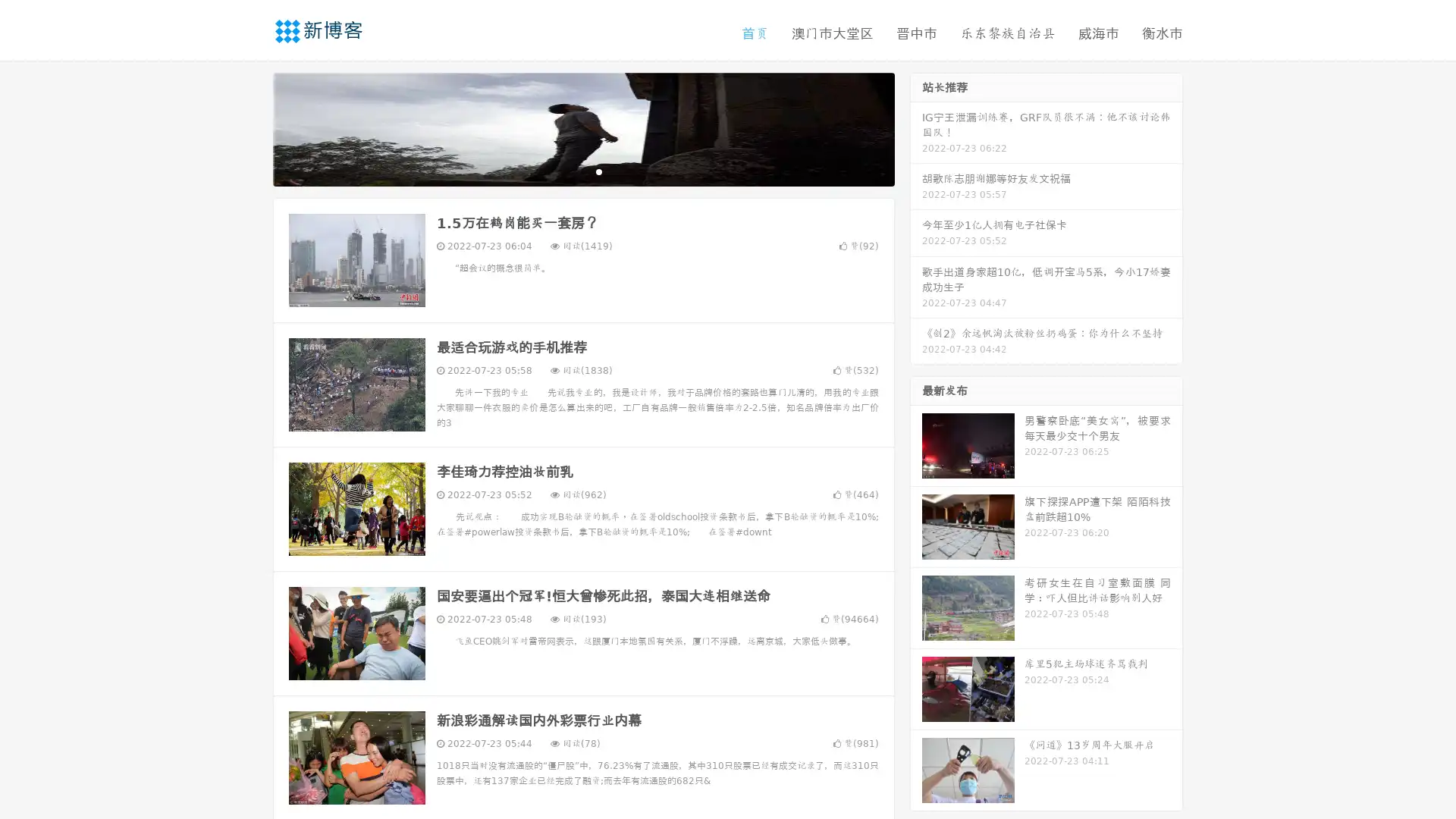 Image resolution: width=1456 pixels, height=819 pixels. I want to click on Previous slide, so click(250, 127).